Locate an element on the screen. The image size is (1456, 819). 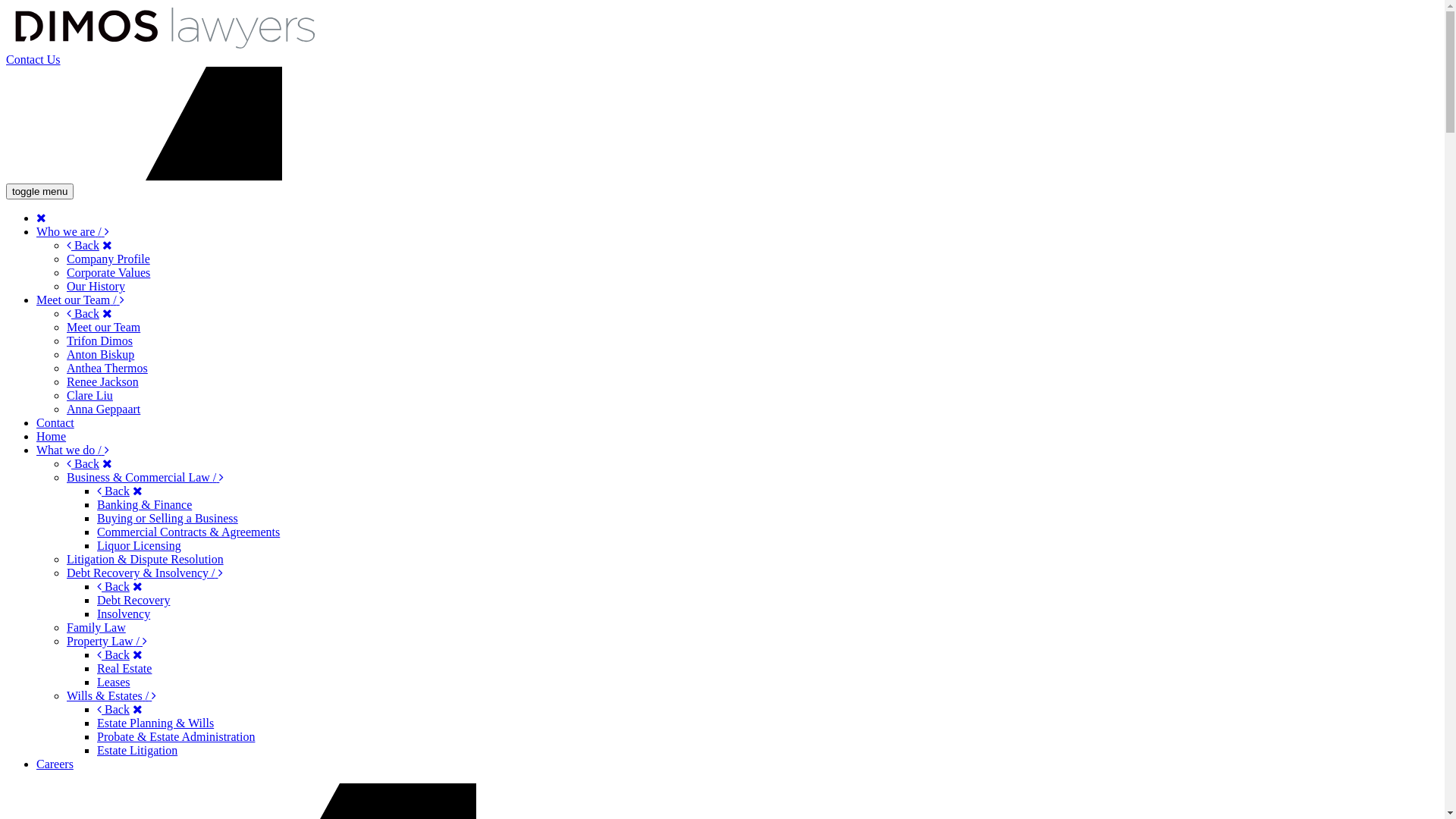
'Company Profile' is located at coordinates (65, 258).